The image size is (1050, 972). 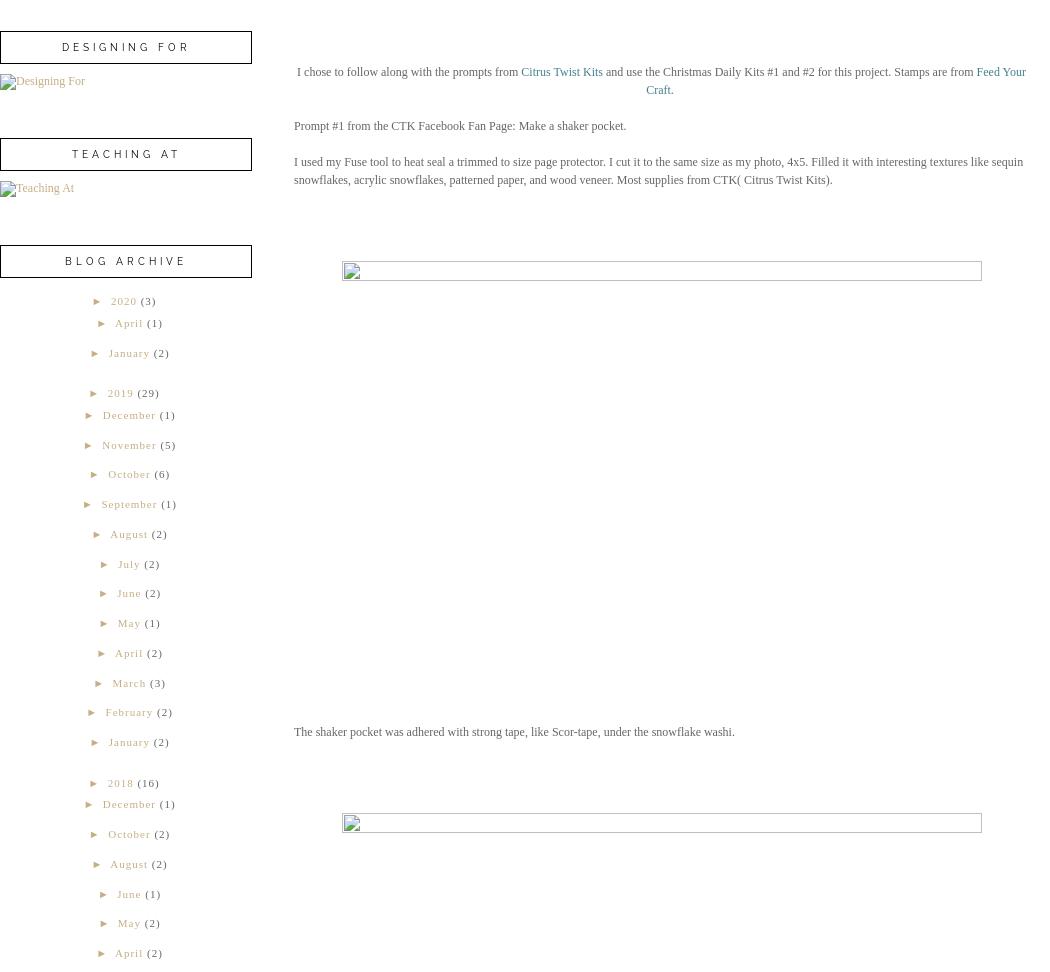 I want to click on '(16)', so click(x=147, y=781).